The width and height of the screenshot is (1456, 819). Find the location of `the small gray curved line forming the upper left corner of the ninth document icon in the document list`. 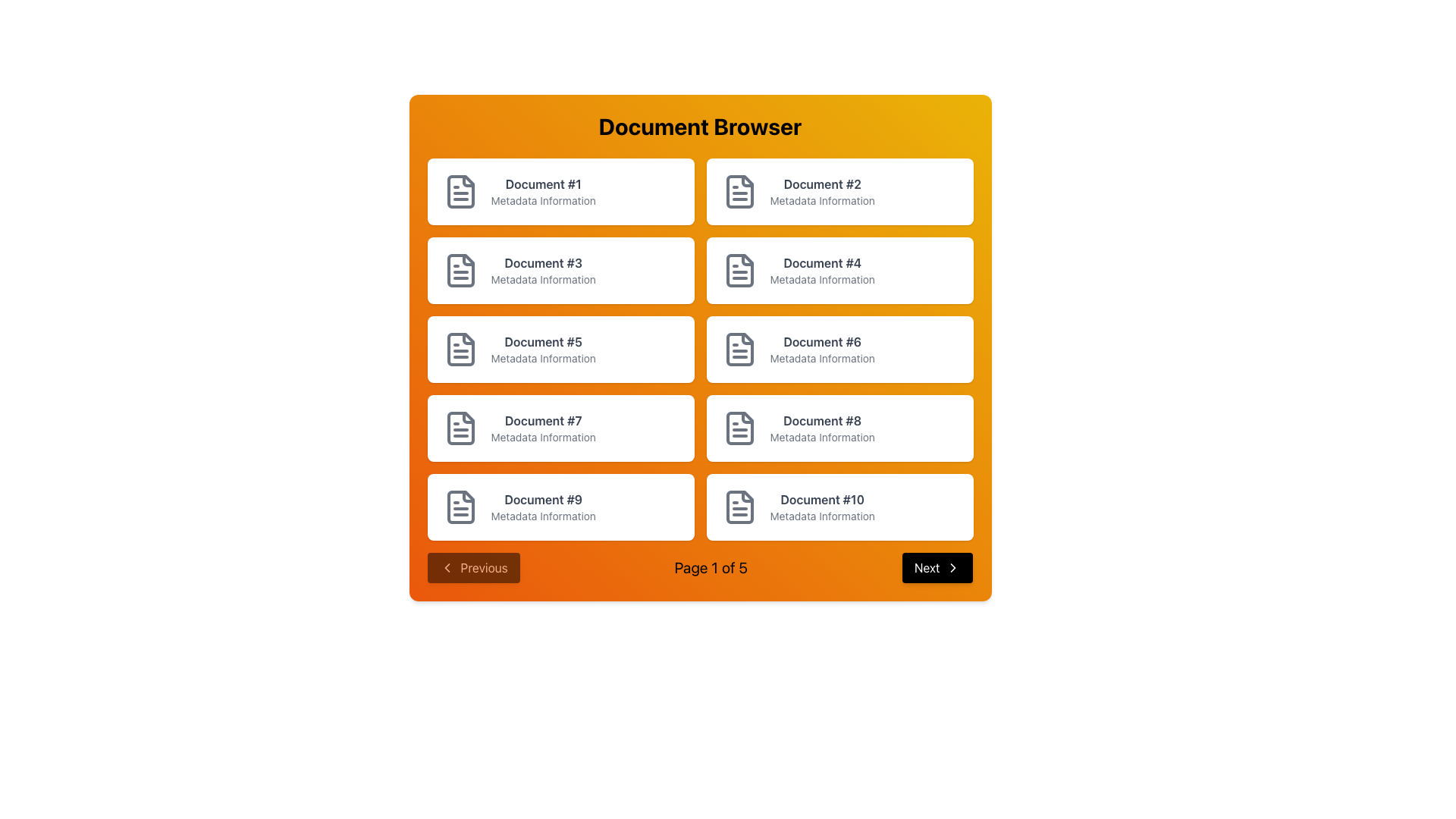

the small gray curved line forming the upper left corner of the ninth document icon in the document list is located at coordinates (467, 497).